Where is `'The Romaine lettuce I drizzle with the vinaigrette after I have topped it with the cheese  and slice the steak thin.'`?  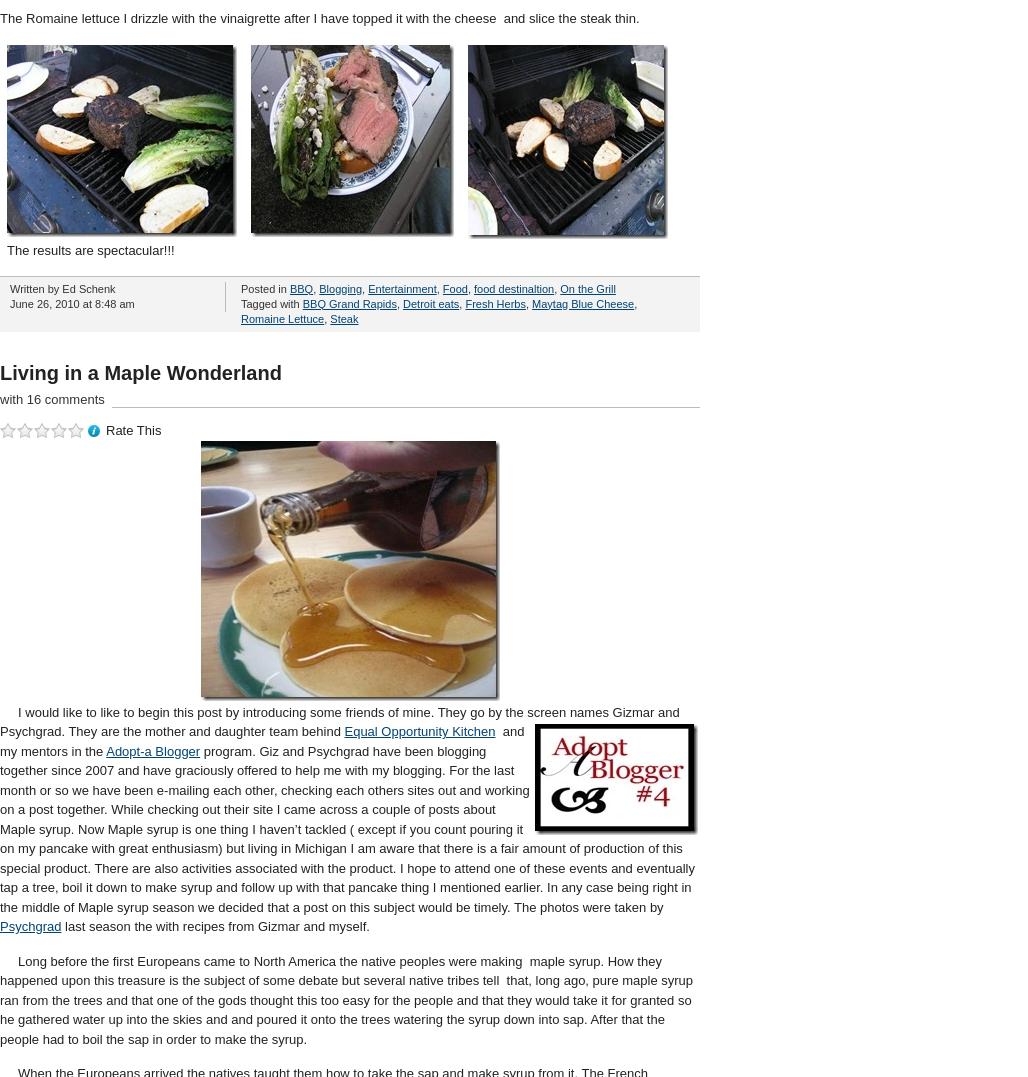 'The Romaine lettuce I drizzle with the vinaigrette after I have topped it with the cheese  and slice the steak thin.' is located at coordinates (0, 16).